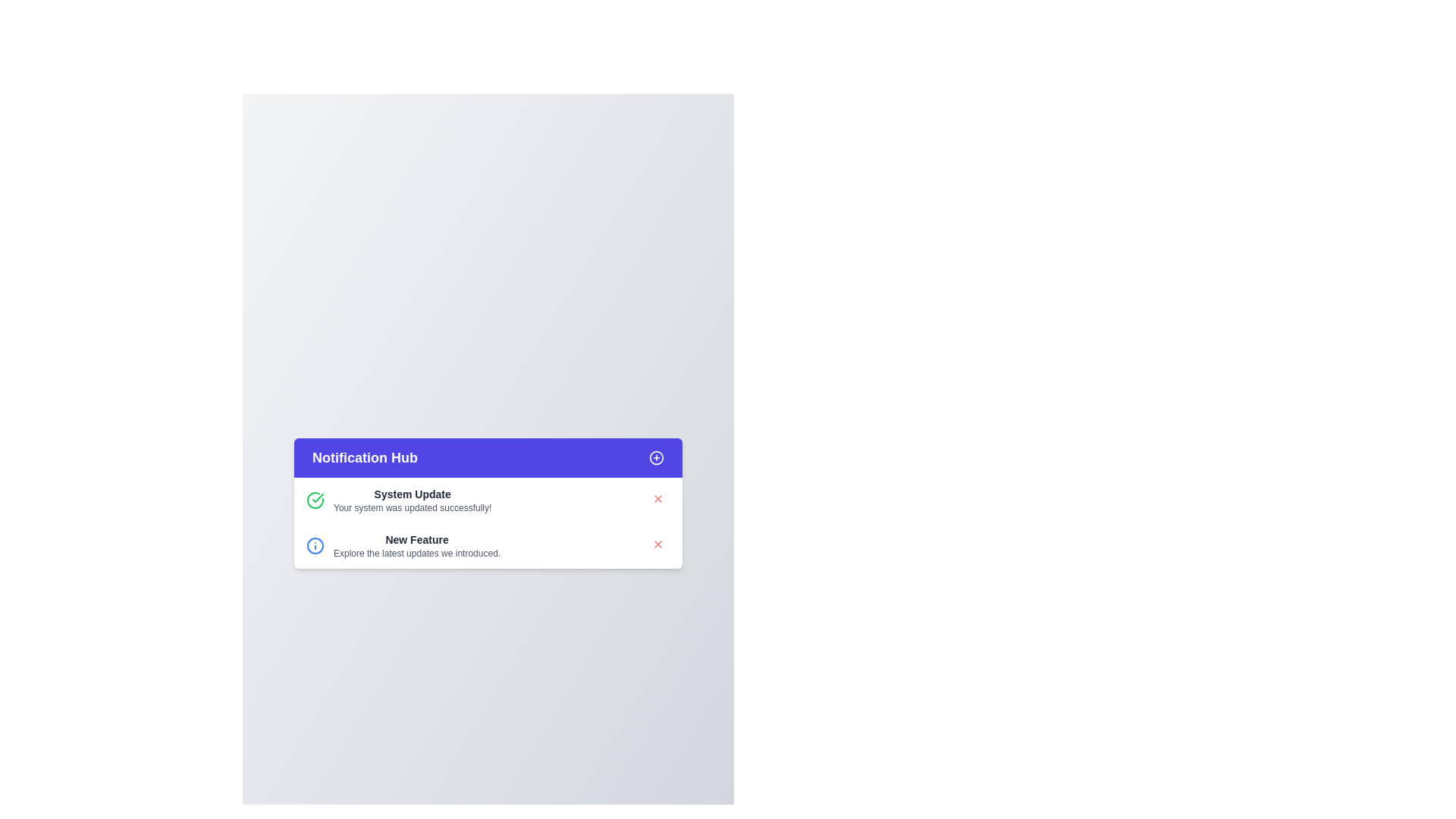  Describe the element at coordinates (413, 508) in the screenshot. I see `the text label providing confirmation feedback for a successful system update located beneath the 'System Update' heading in the 'Notification Hub'` at that location.